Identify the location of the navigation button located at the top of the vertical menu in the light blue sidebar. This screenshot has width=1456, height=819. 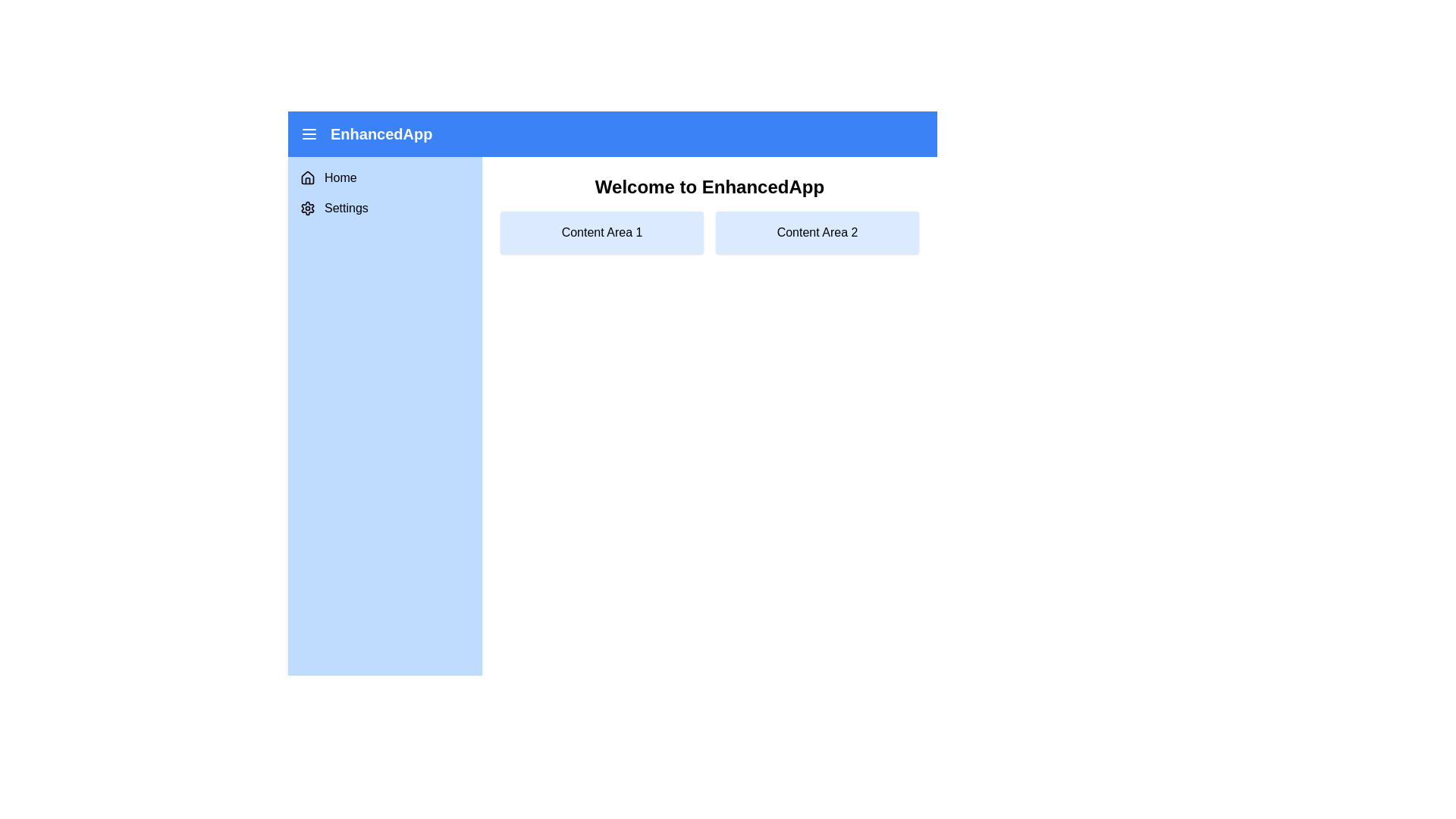
(385, 177).